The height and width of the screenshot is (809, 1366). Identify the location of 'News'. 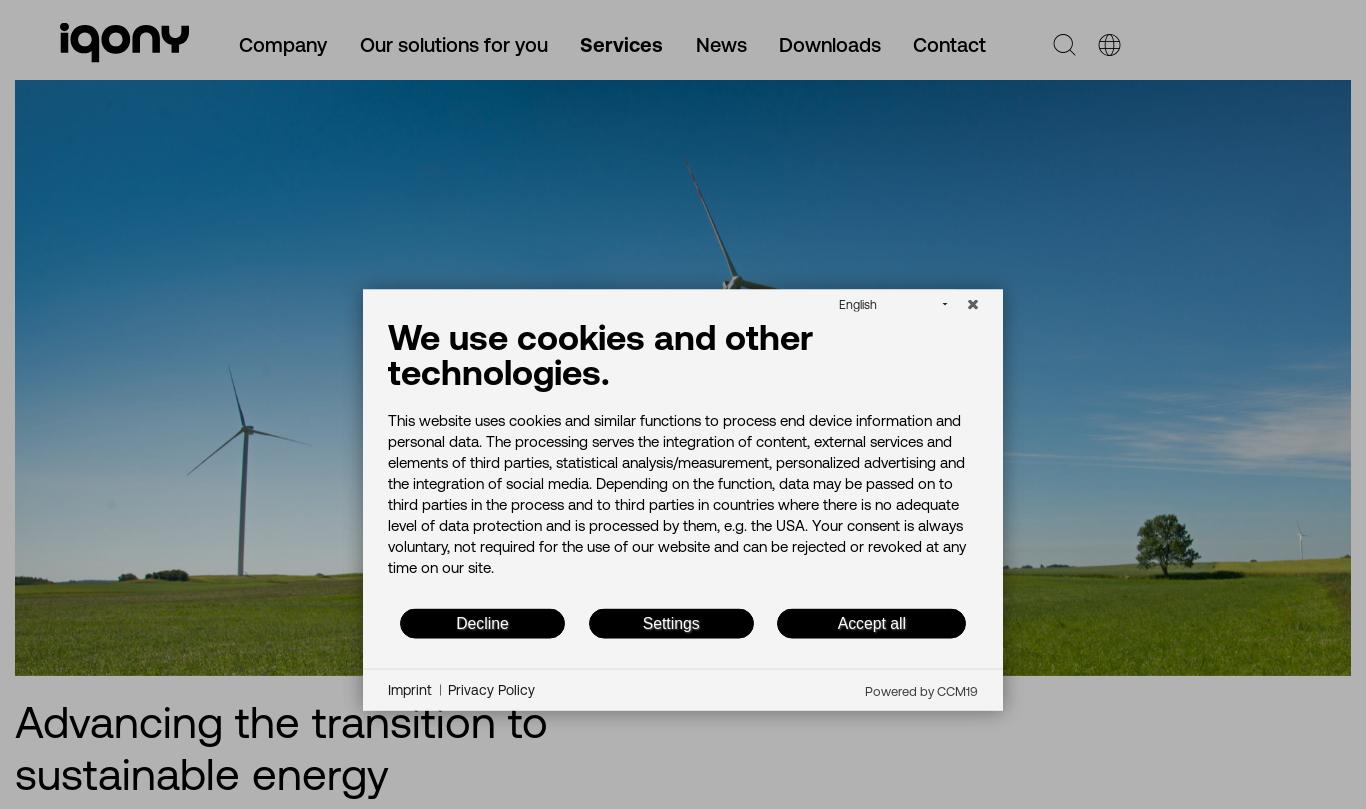
(720, 43).